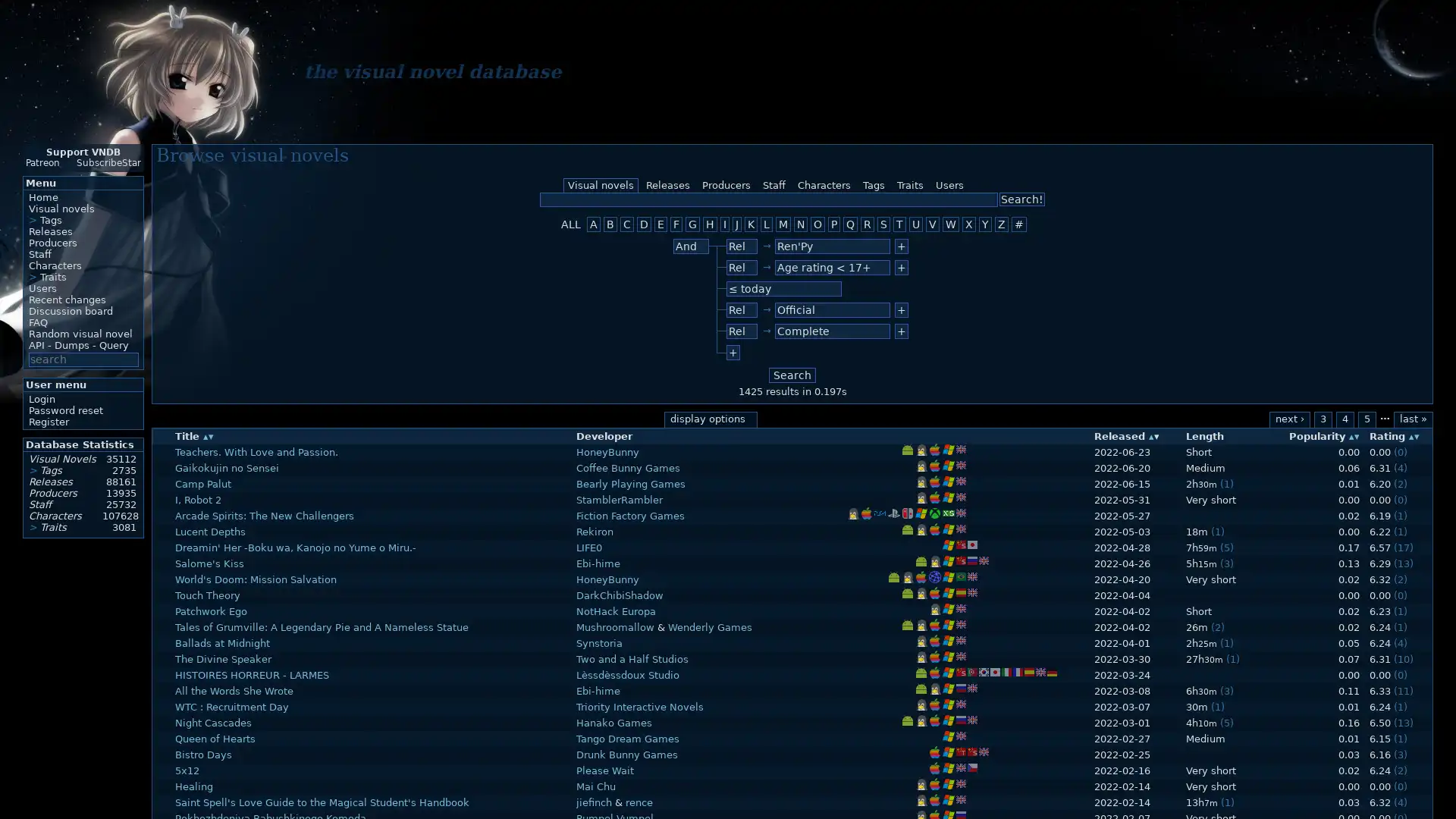 Image resolution: width=1456 pixels, height=819 pixels. Describe the element at coordinates (592, 224) in the screenshot. I see `A` at that location.